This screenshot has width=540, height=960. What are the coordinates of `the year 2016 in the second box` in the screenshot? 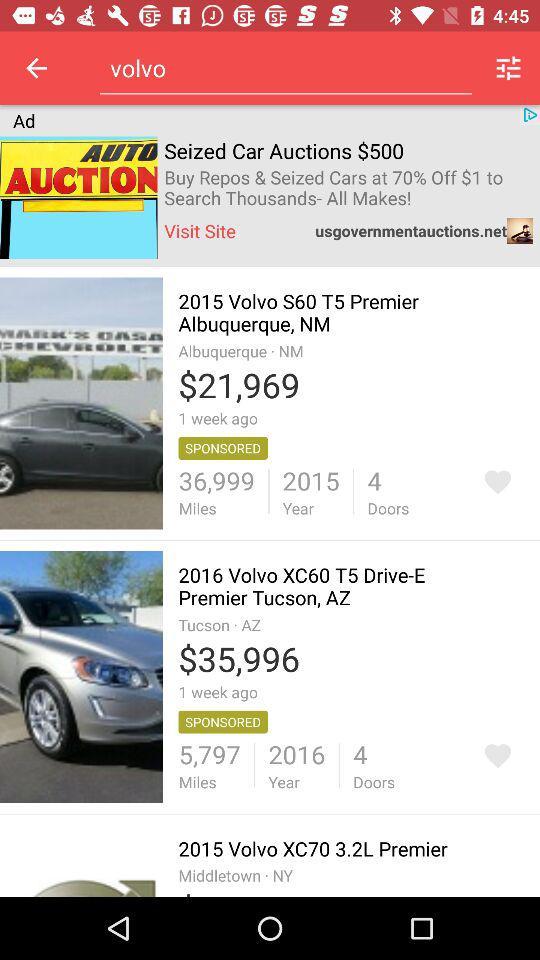 It's located at (296, 764).